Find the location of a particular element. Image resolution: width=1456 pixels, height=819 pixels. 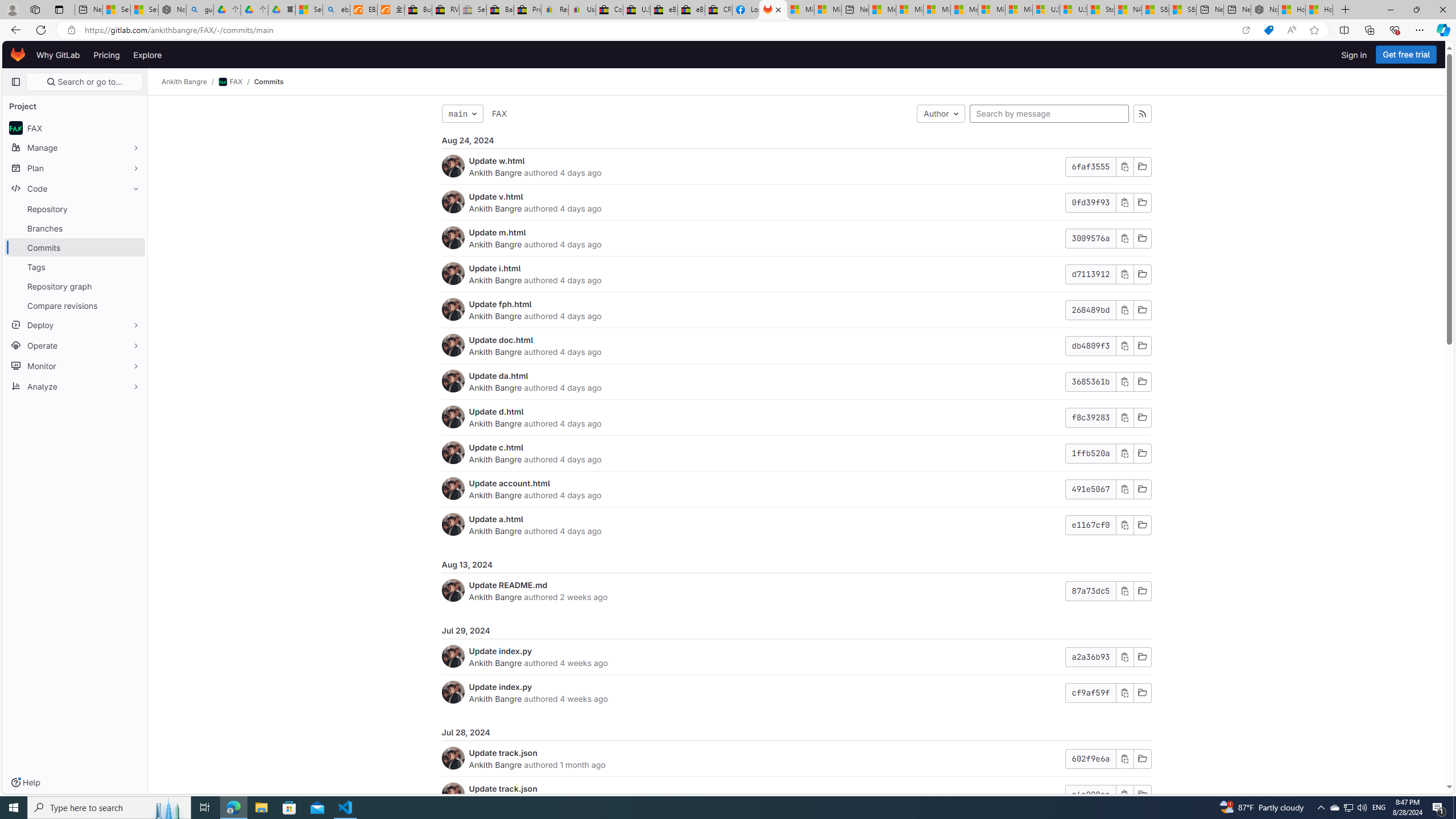

'guge yunpan - Search' is located at coordinates (200, 9).